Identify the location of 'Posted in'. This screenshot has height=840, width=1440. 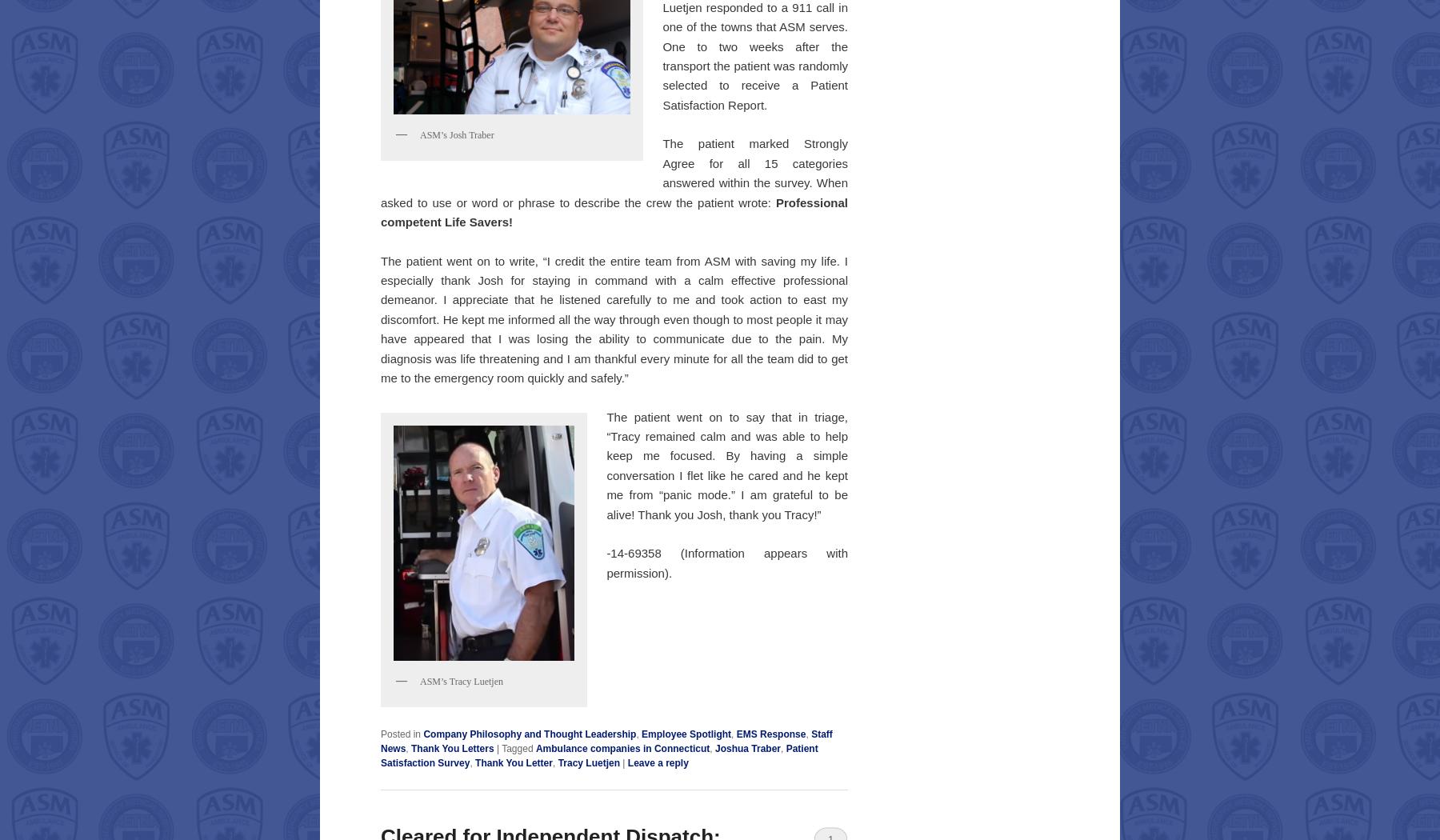
(379, 733).